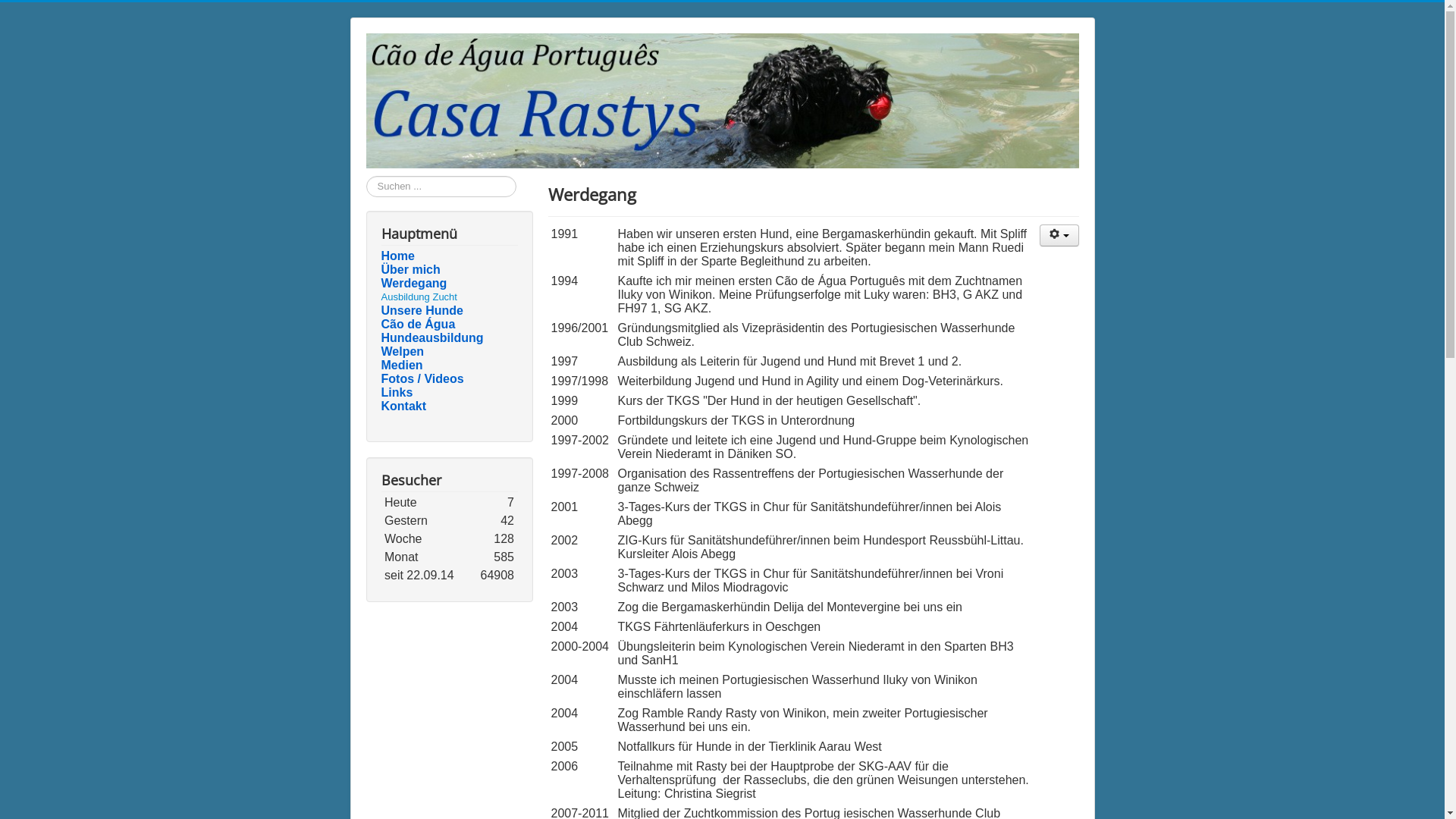  Describe the element at coordinates (447, 256) in the screenshot. I see `'Home'` at that location.